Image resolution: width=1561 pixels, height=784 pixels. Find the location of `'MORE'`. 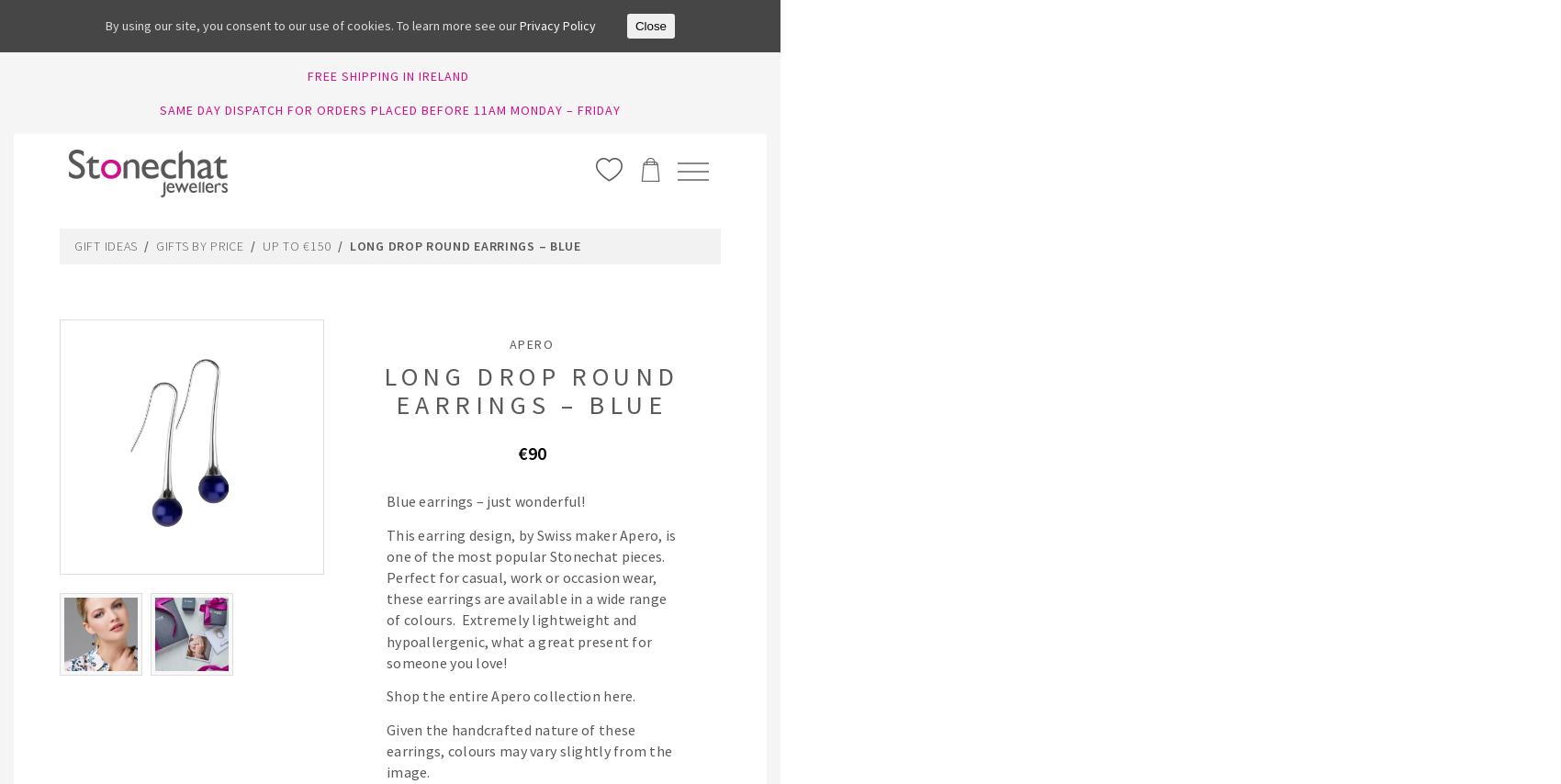

'MORE' is located at coordinates (1205, 431).